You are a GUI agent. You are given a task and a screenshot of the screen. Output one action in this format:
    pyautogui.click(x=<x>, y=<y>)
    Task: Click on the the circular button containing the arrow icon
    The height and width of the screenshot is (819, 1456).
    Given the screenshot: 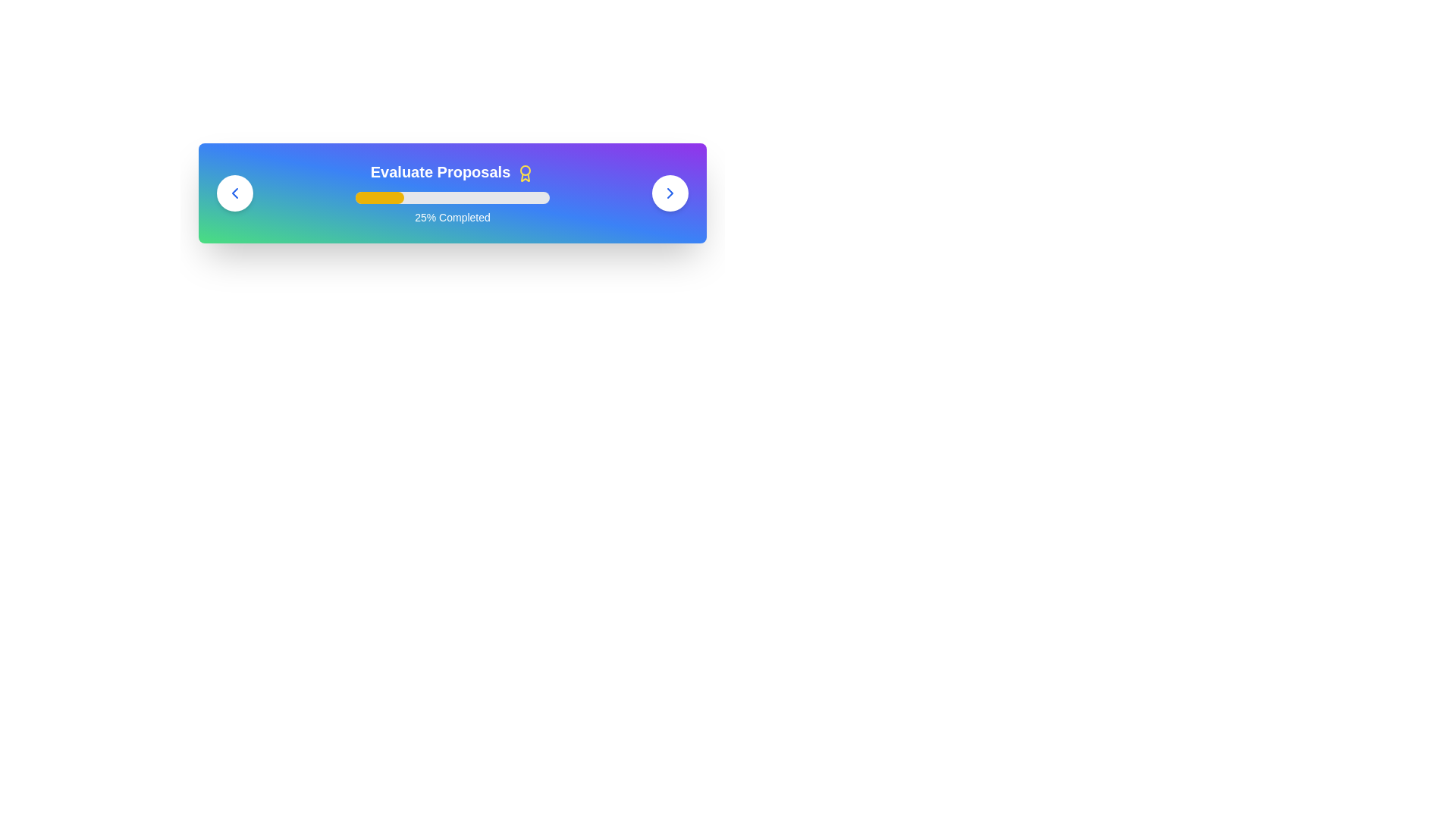 What is the action you would take?
    pyautogui.click(x=234, y=192)
    